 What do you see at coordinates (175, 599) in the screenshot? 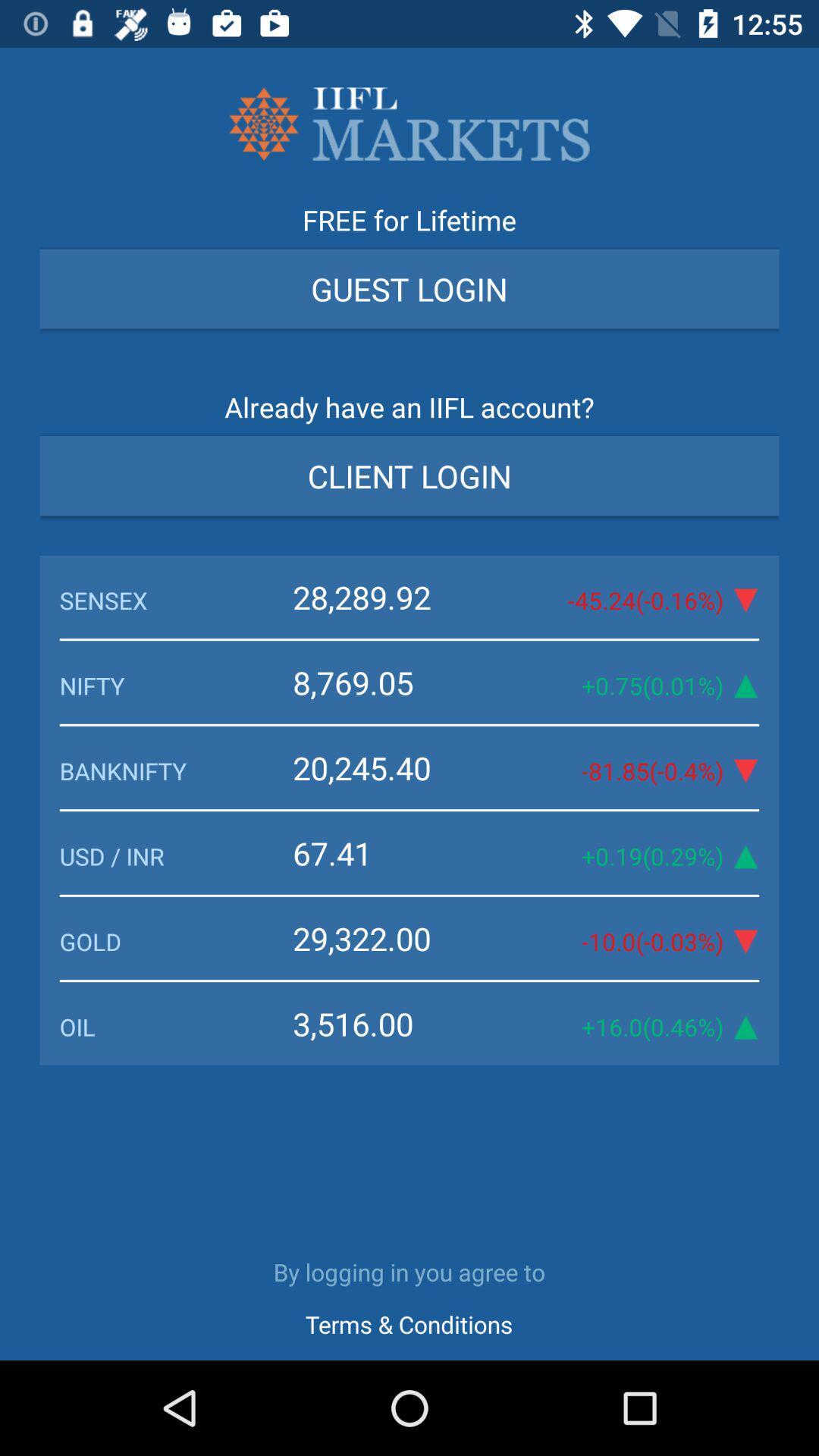
I see `sensex icon` at bounding box center [175, 599].